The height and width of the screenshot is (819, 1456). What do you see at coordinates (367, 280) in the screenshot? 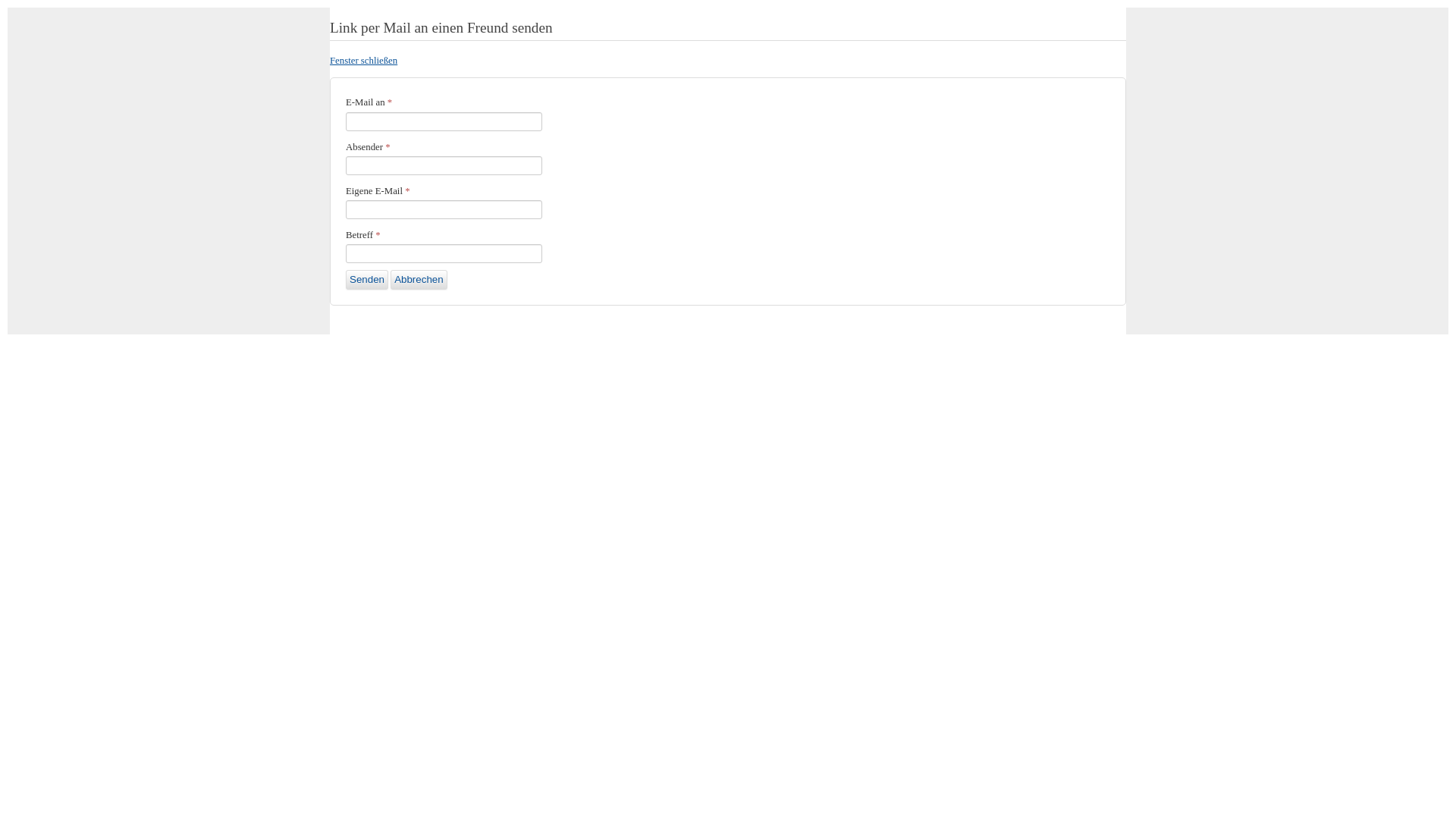
I see `'Senden'` at bounding box center [367, 280].